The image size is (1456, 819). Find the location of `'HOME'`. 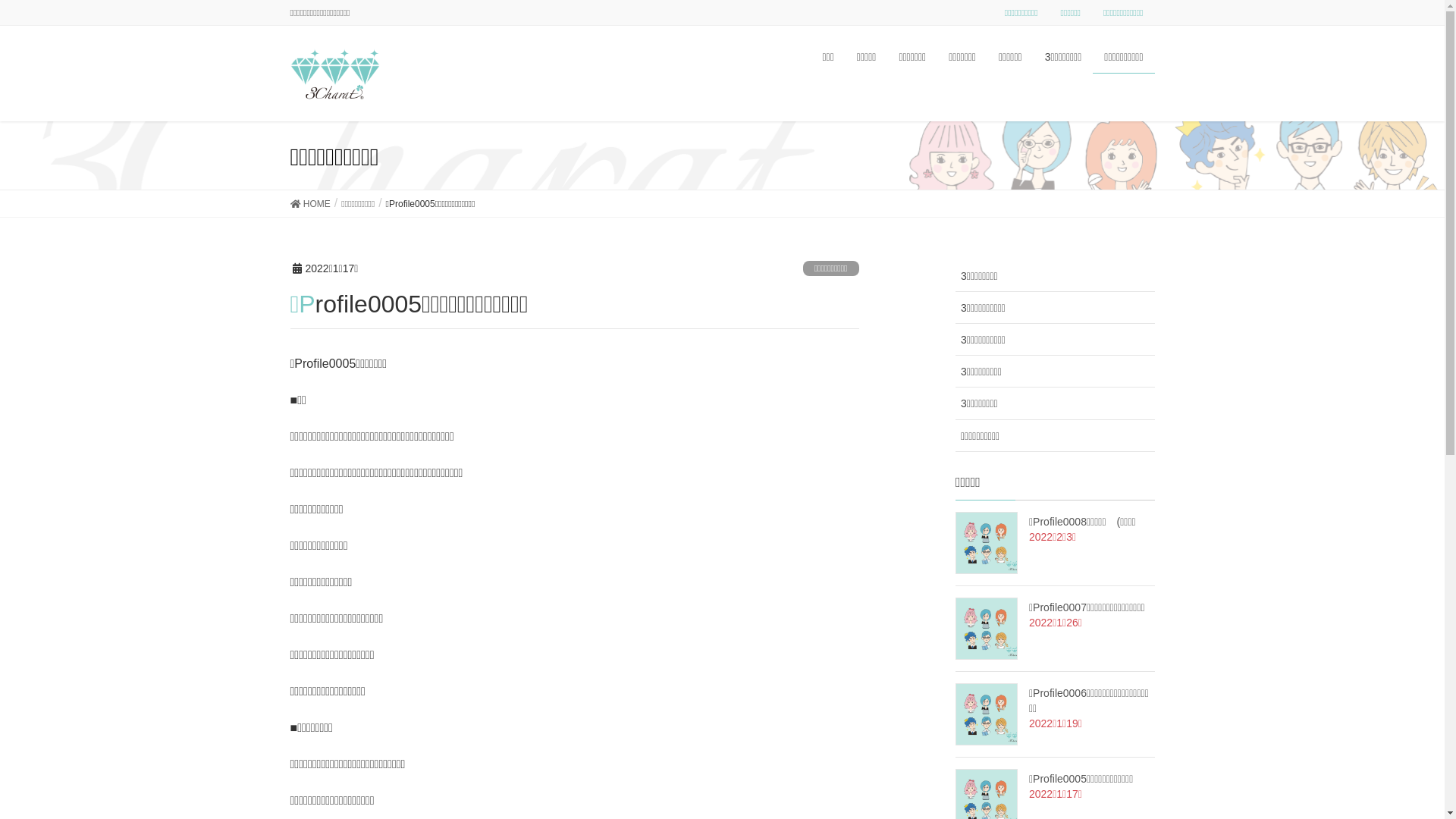

'HOME' is located at coordinates (309, 202).